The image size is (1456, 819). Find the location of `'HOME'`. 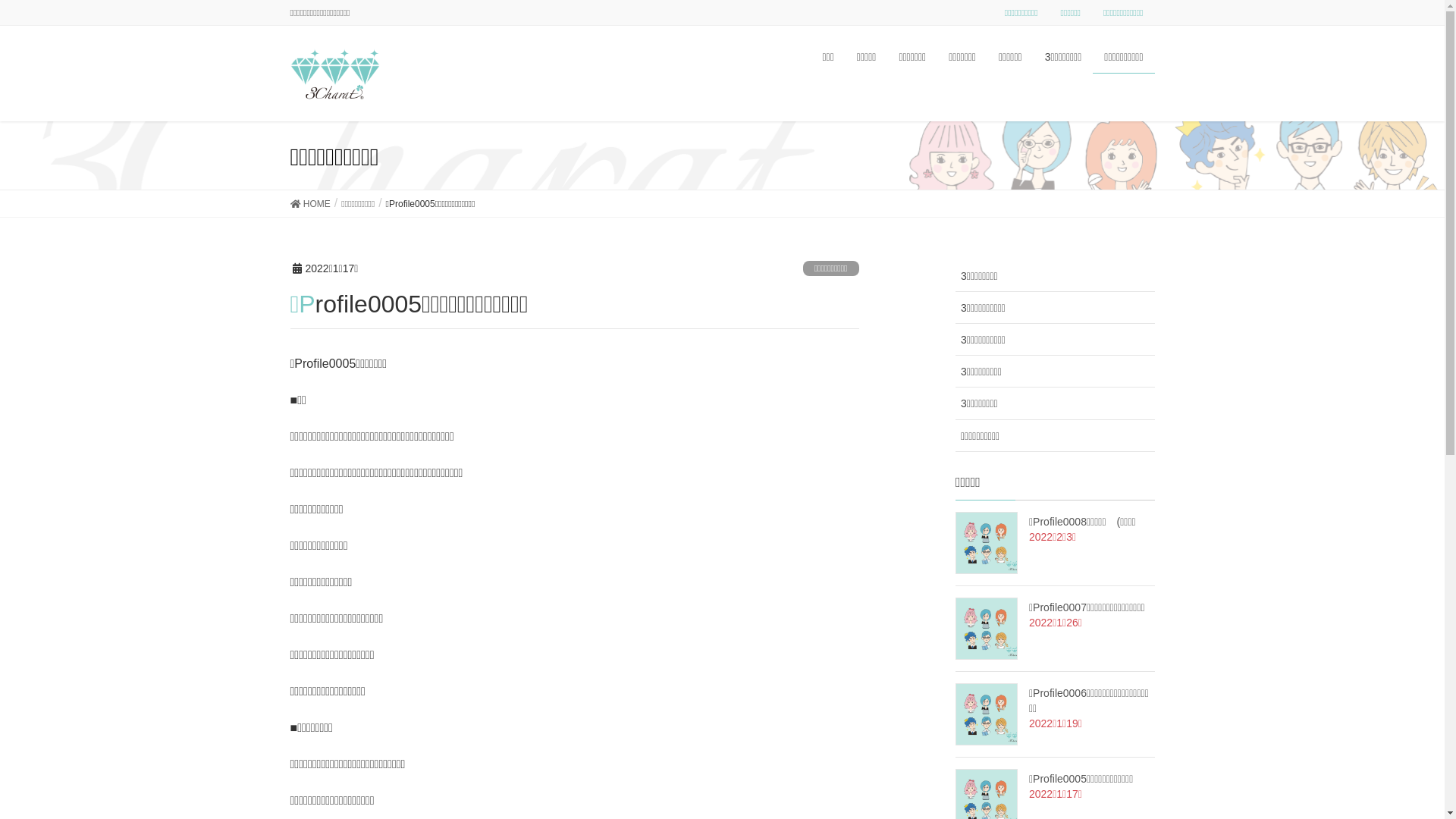

'HOME' is located at coordinates (309, 202).